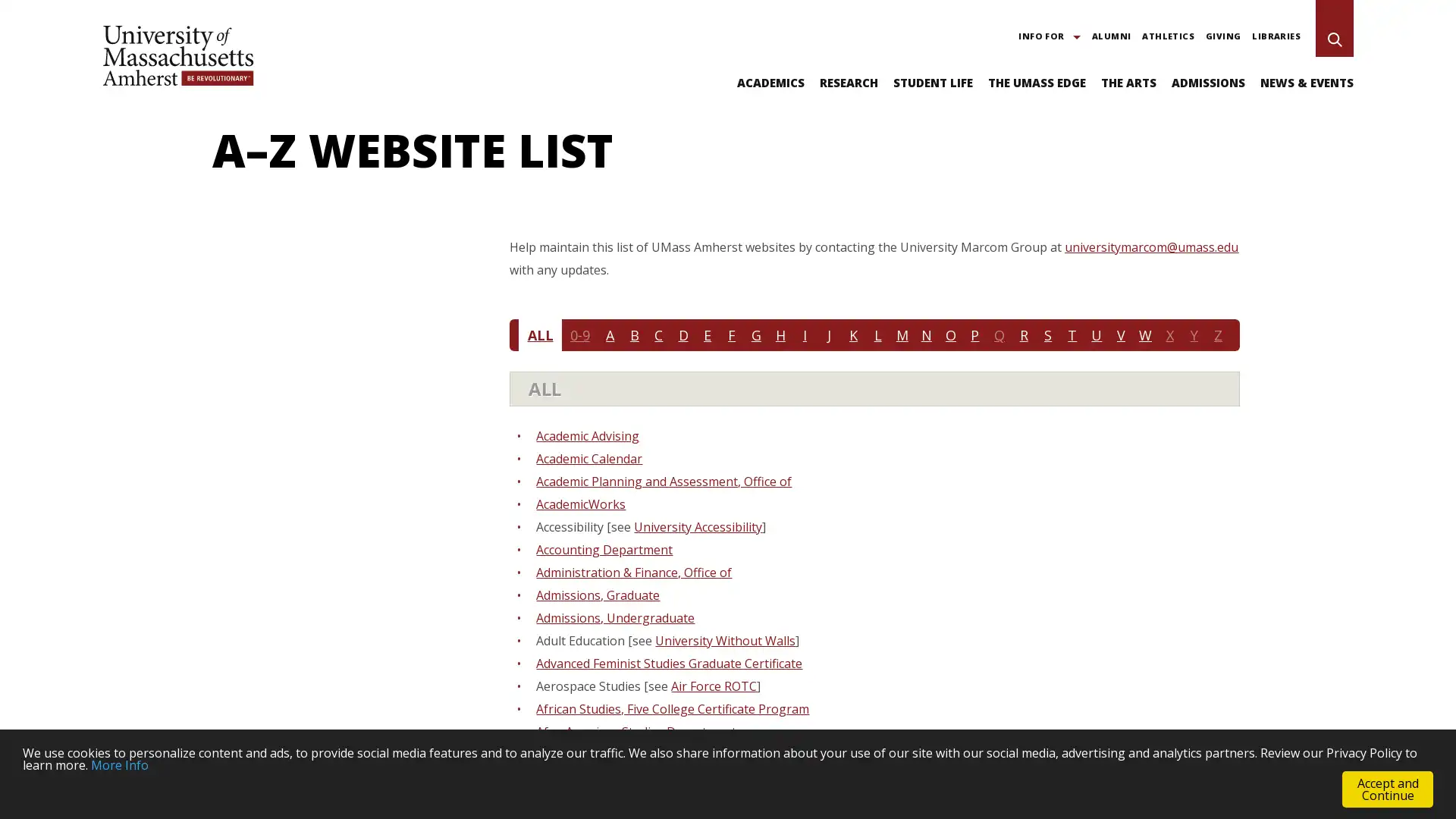  I want to click on Search UMass Amherst, so click(1335, 40).